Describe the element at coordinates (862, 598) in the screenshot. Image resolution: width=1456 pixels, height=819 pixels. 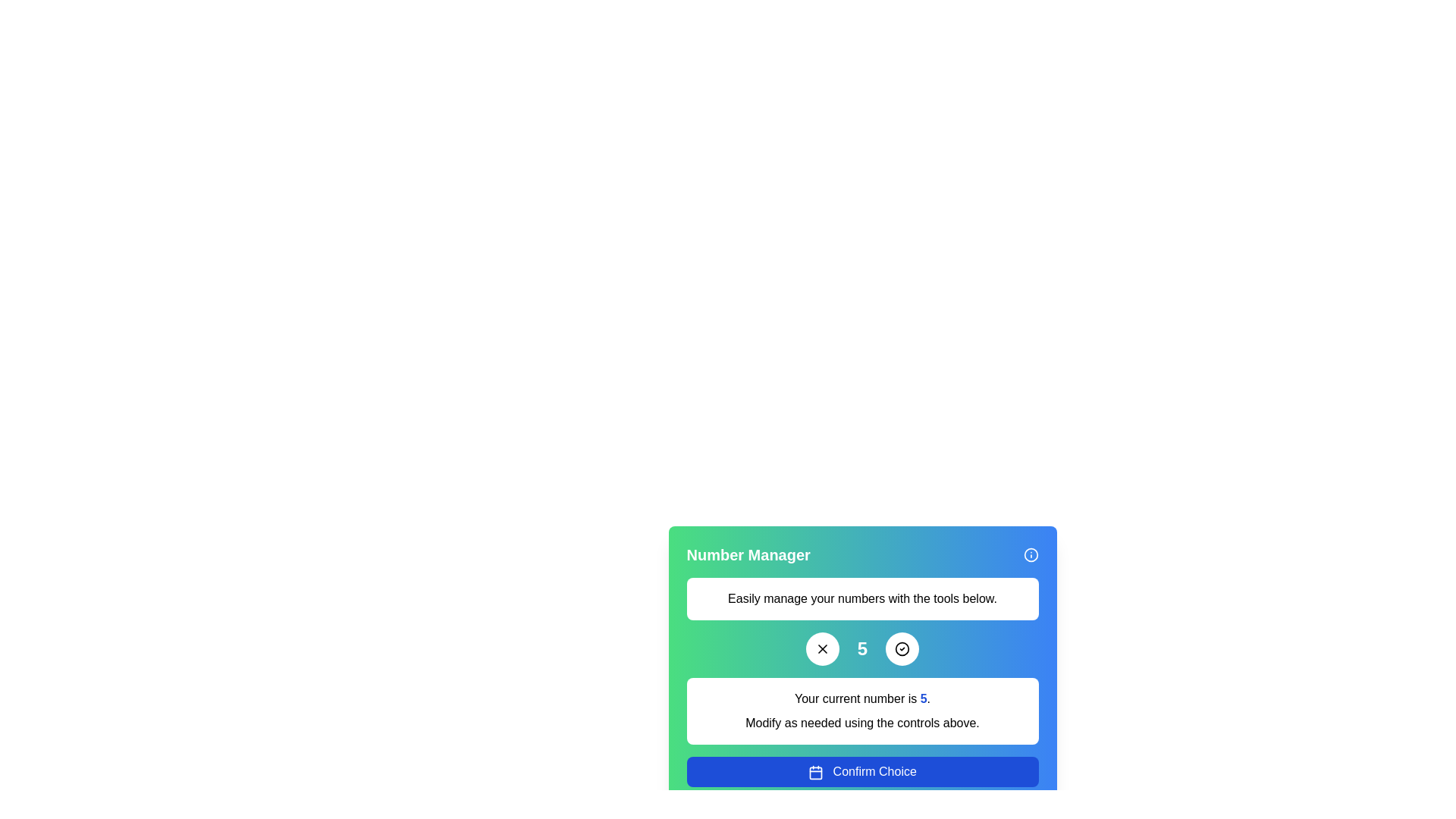
I see `the Text Display Box, which is located below the title 'Number Manager' and above the control buttons, providing users with instructions or context for the available tools` at that location.